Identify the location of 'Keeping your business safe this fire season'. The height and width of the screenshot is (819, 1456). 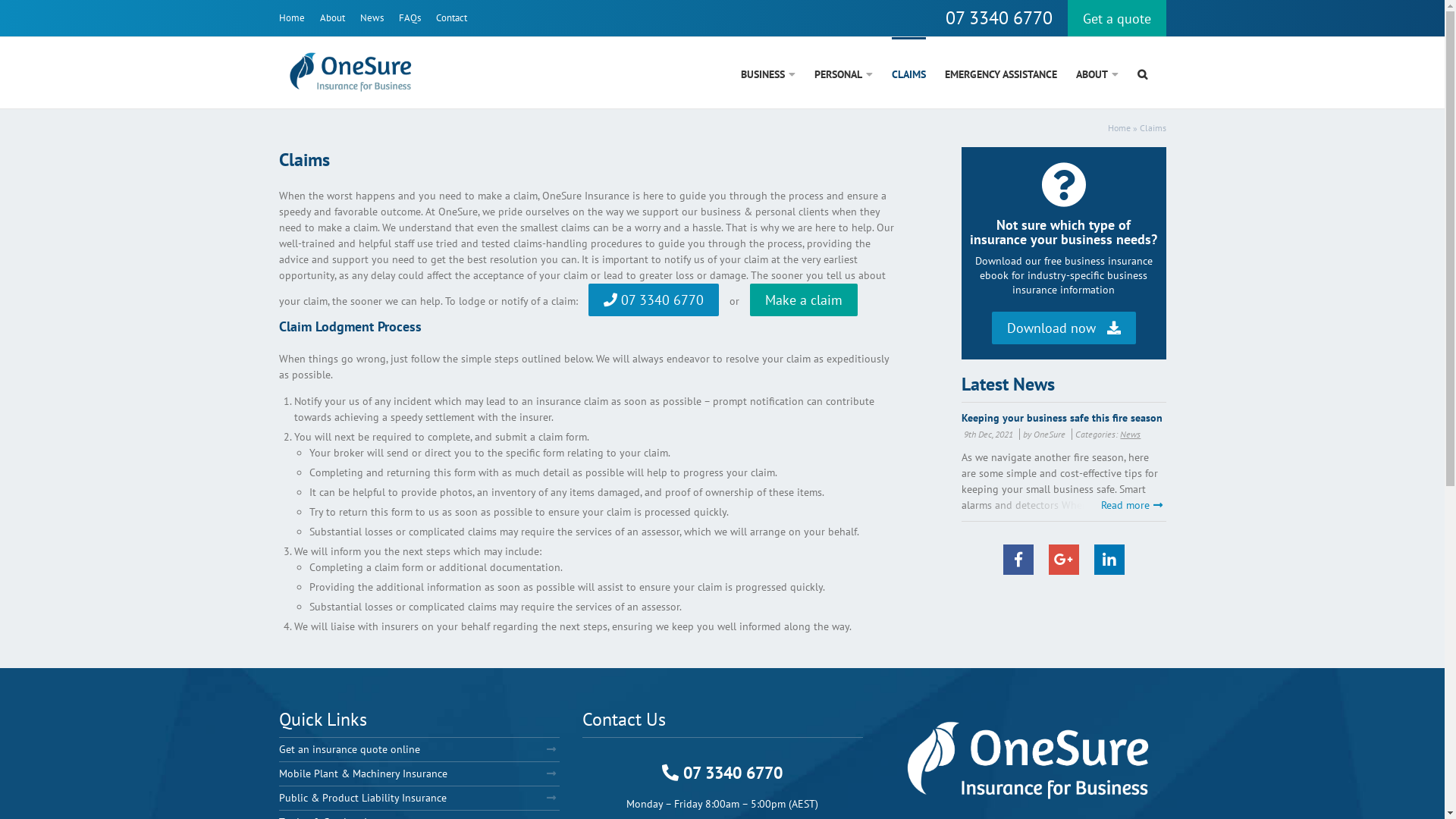
(960, 417).